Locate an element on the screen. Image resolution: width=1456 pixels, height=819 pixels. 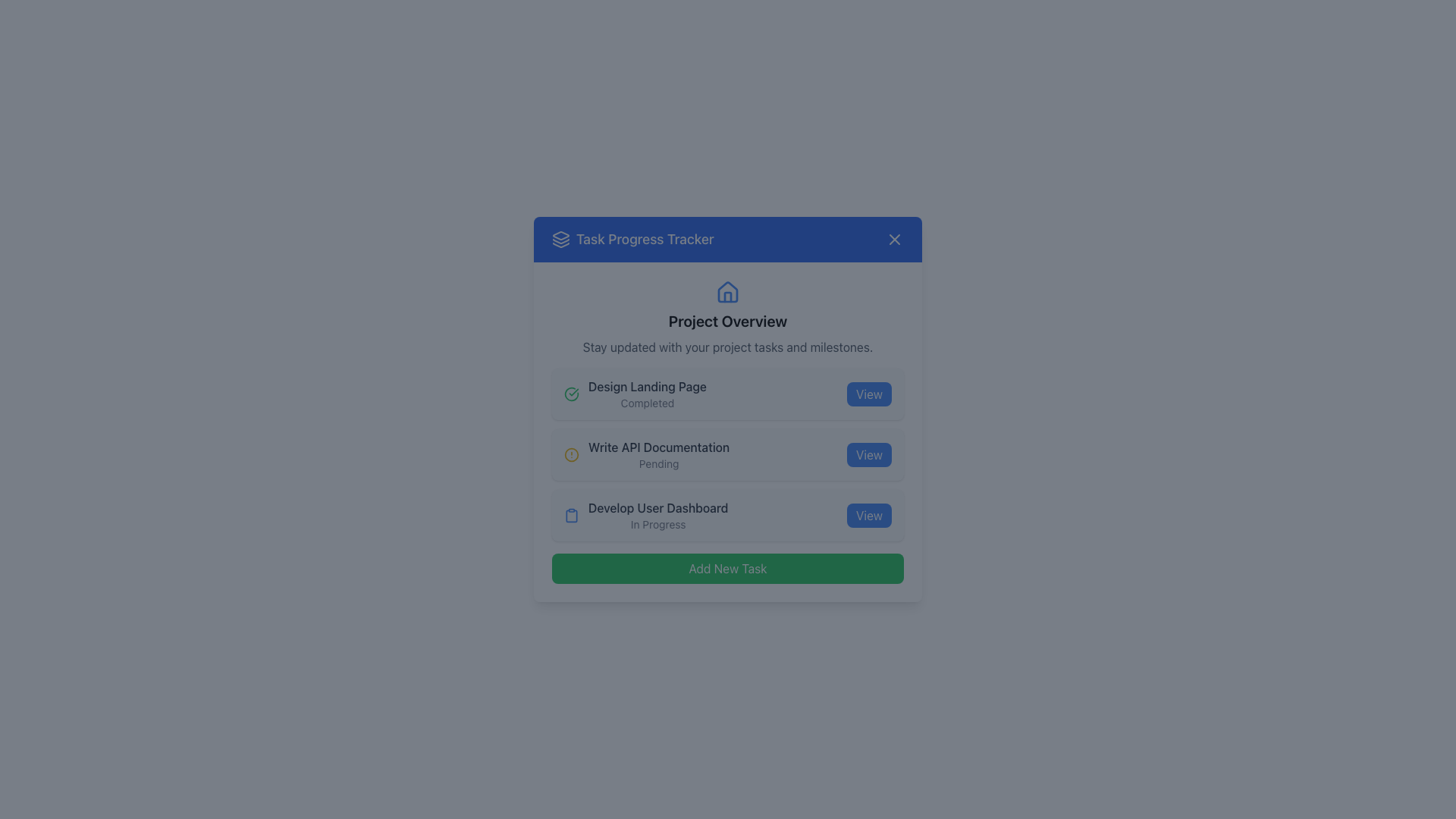
the static text displaying the title or name of the task in the third row of the task list within the modal, located above the status text 'In Progress' and to the left of the 'View' button is located at coordinates (658, 508).